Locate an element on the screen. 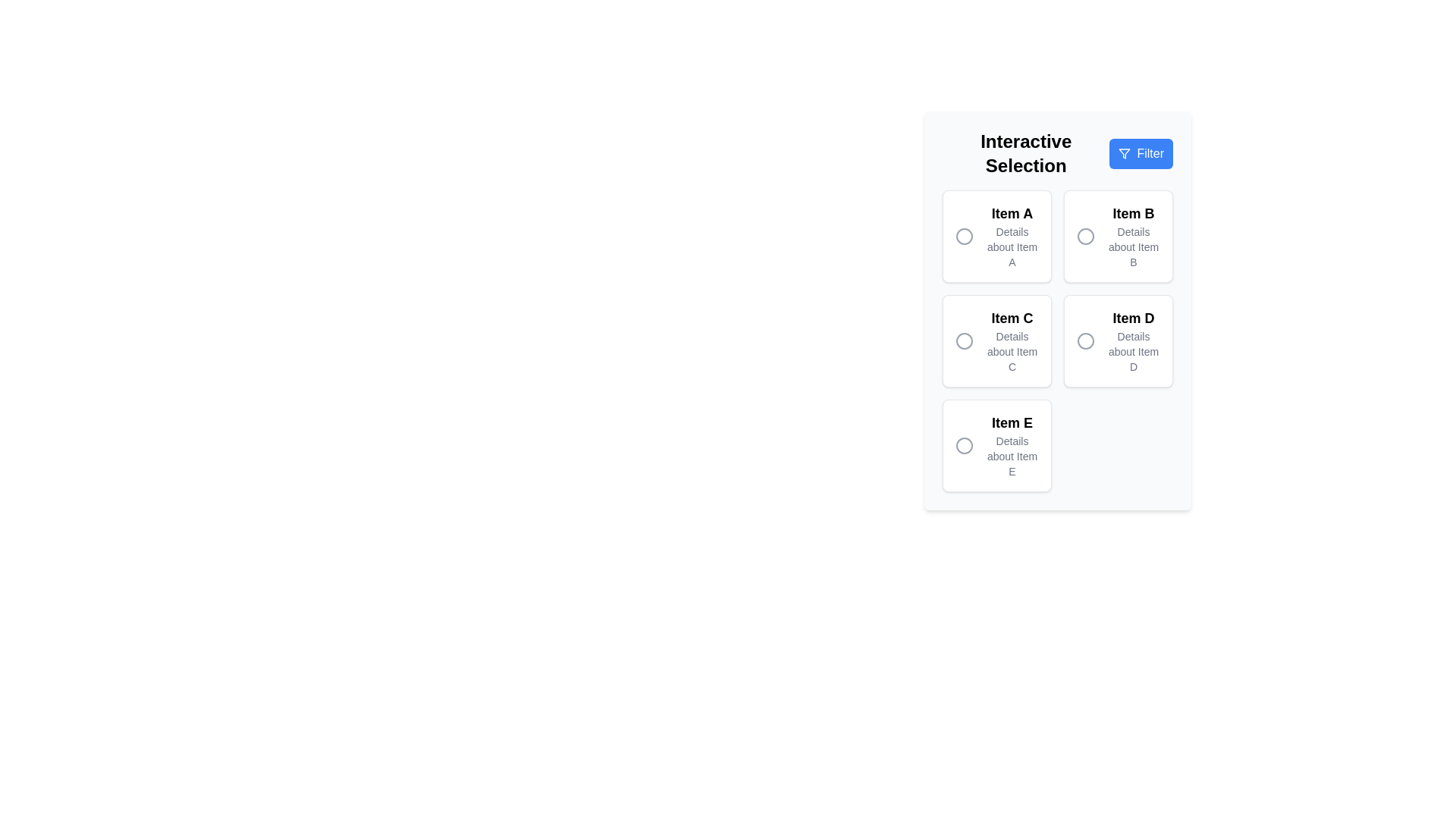 This screenshot has width=1456, height=819. the radio button for 'Item C', which is located in the interactive selection list on the right-hand panel is located at coordinates (964, 341).